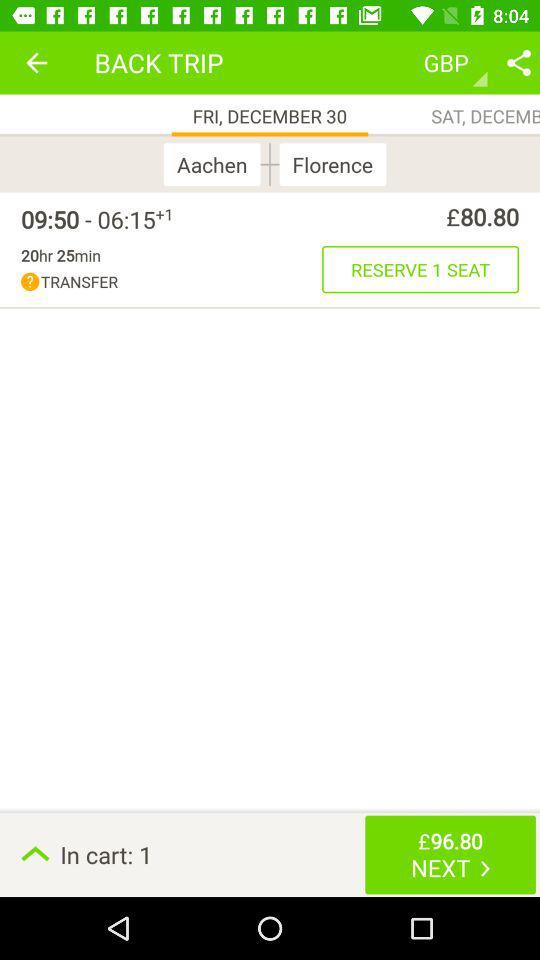 The height and width of the screenshot is (960, 540). I want to click on the icon below the fri, december 30 item, so click(270, 163).